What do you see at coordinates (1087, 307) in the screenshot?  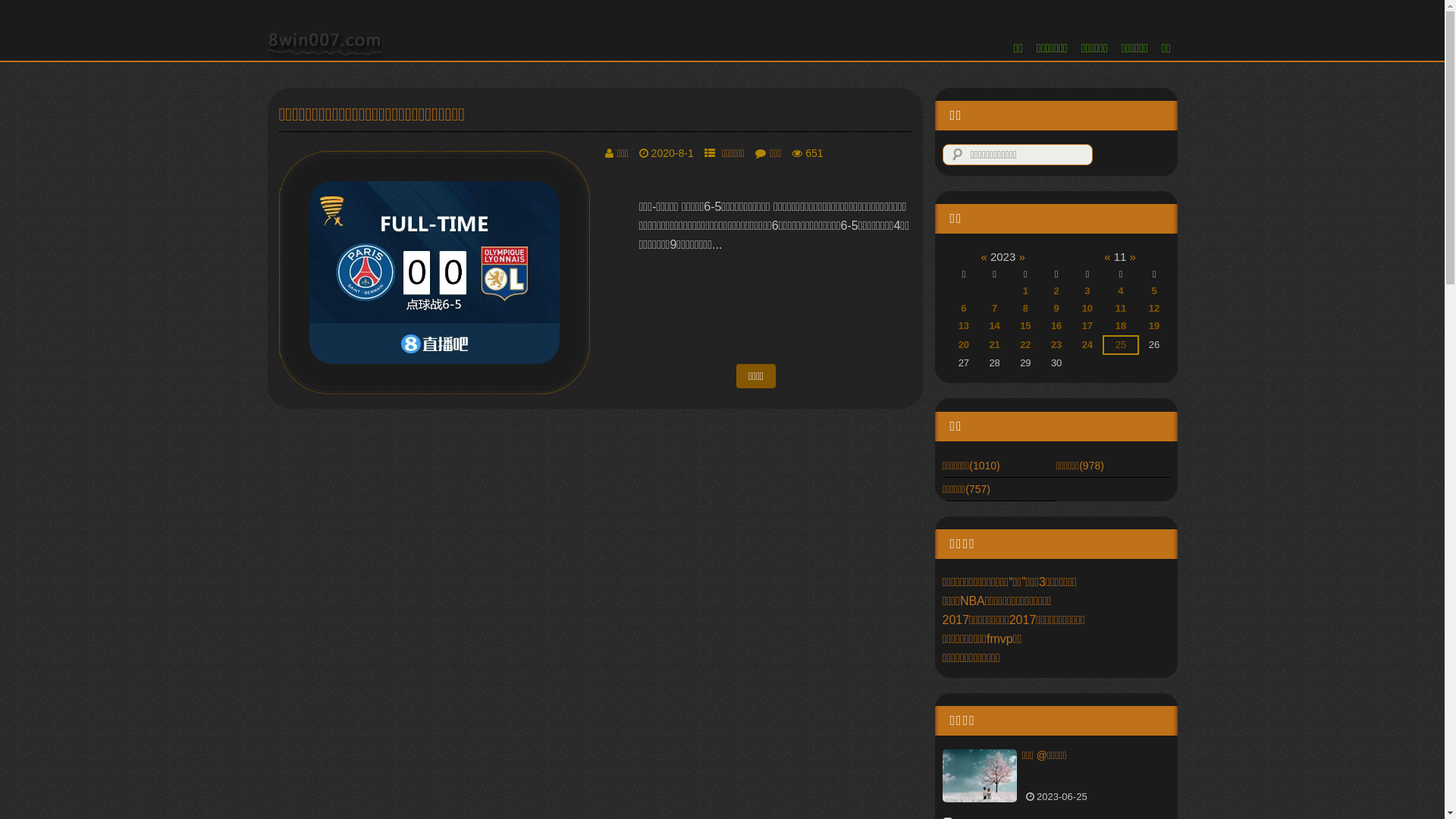 I see `'10'` at bounding box center [1087, 307].